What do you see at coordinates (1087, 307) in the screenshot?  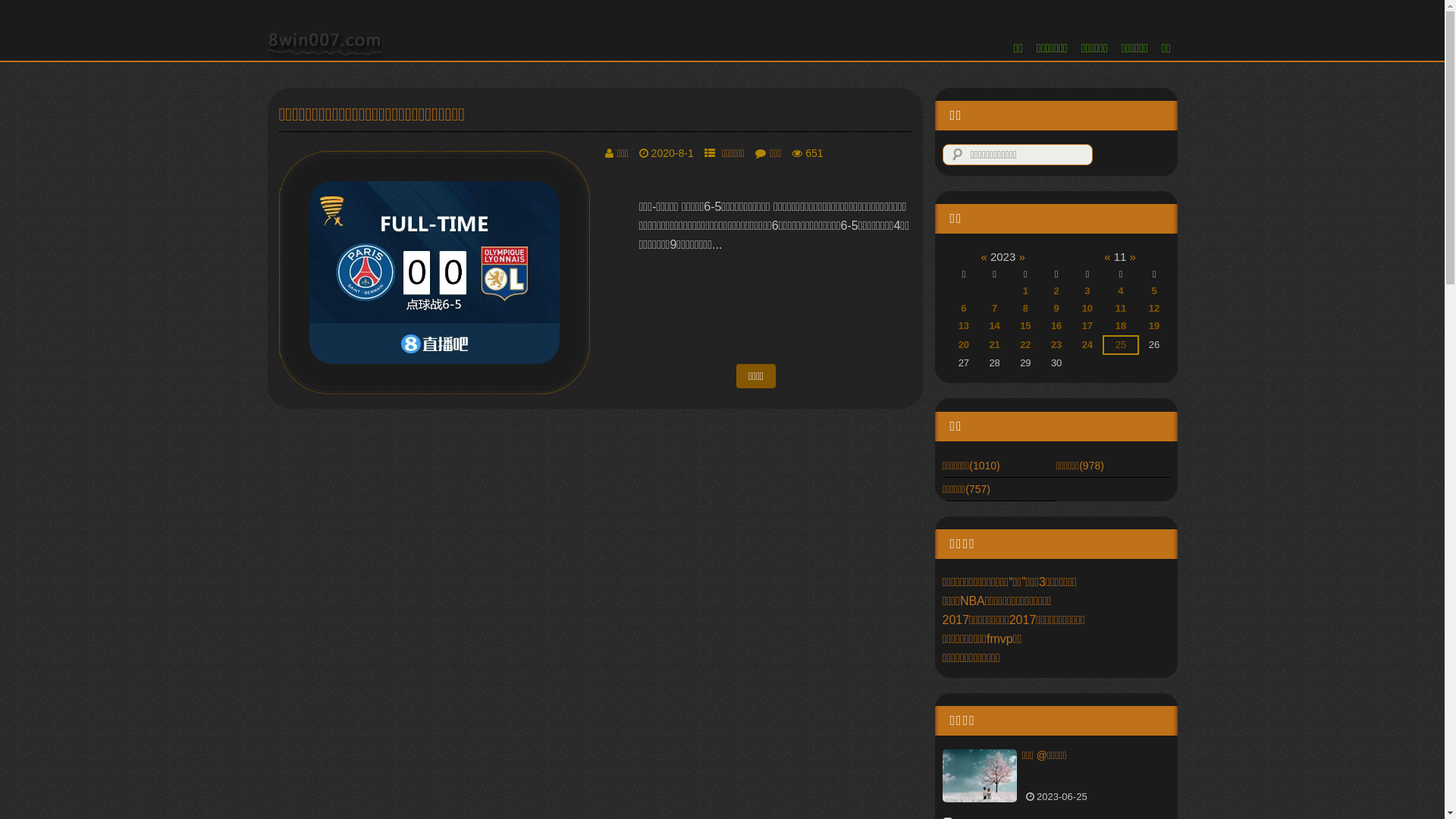 I see `'10'` at bounding box center [1087, 307].